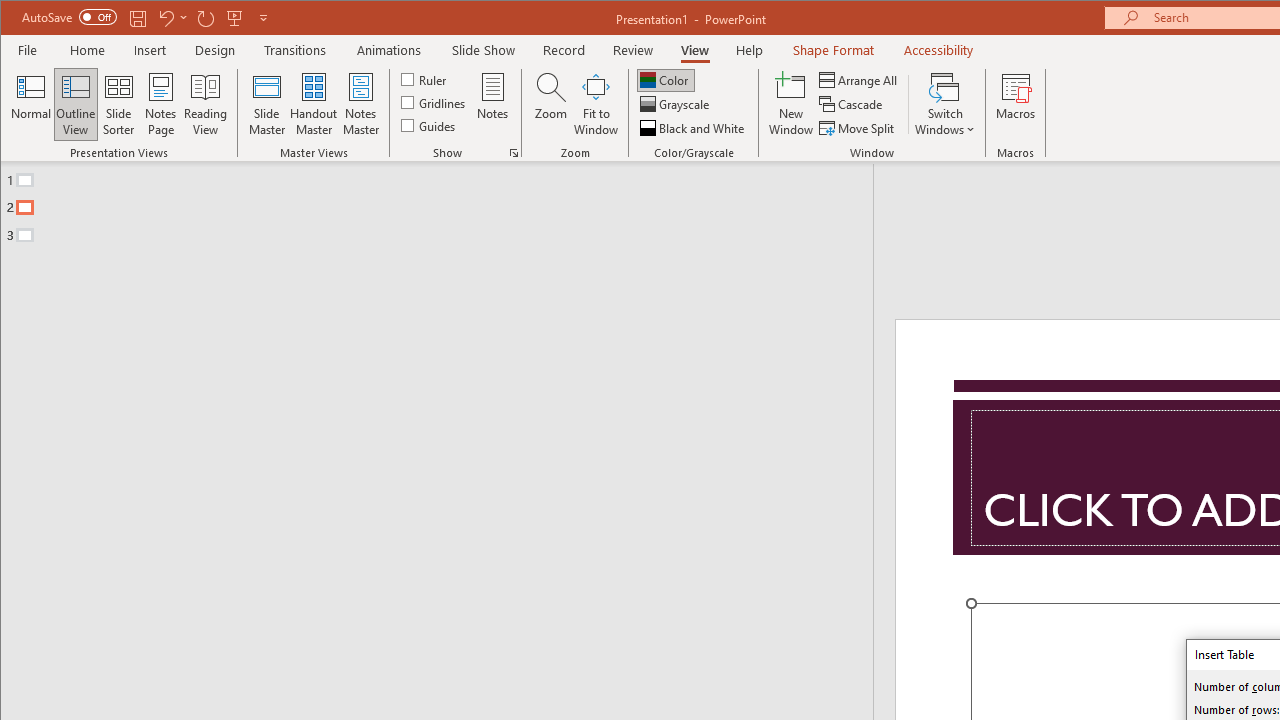 The image size is (1280, 720). What do you see at coordinates (160, 104) in the screenshot?
I see `'Notes Page'` at bounding box center [160, 104].